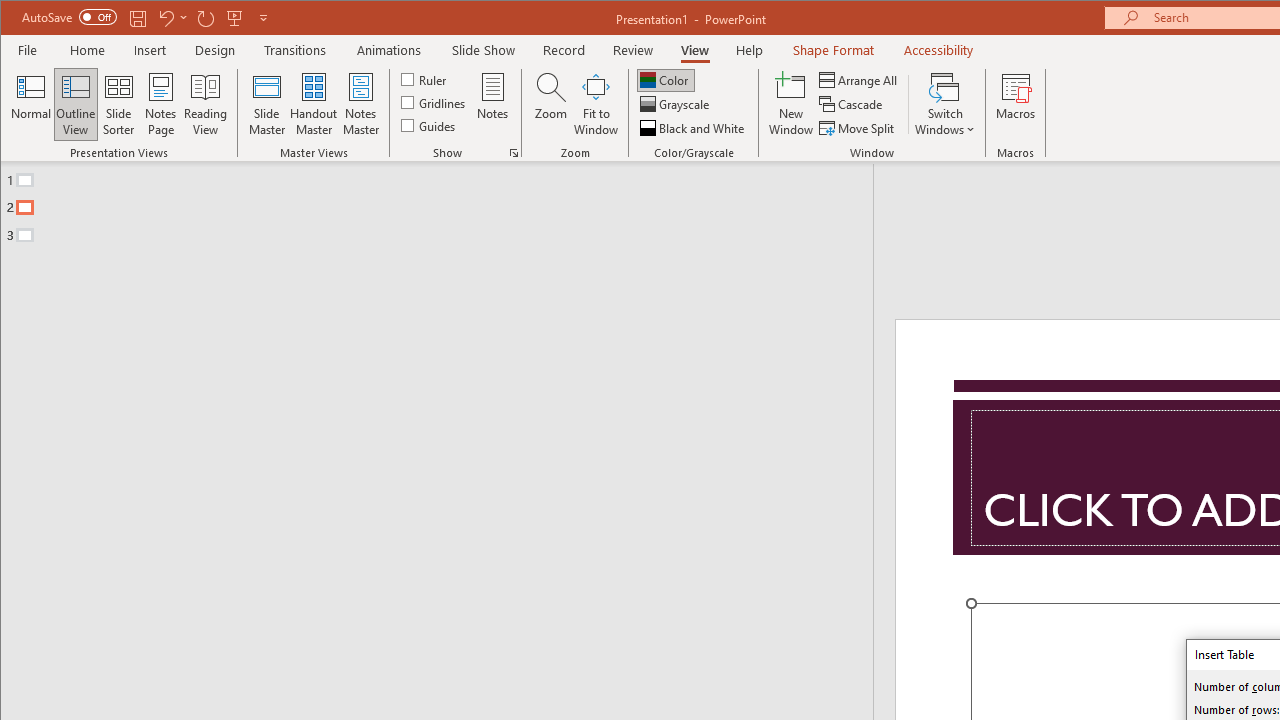 The image size is (1280, 720). What do you see at coordinates (160, 104) in the screenshot?
I see `'Notes Page'` at bounding box center [160, 104].